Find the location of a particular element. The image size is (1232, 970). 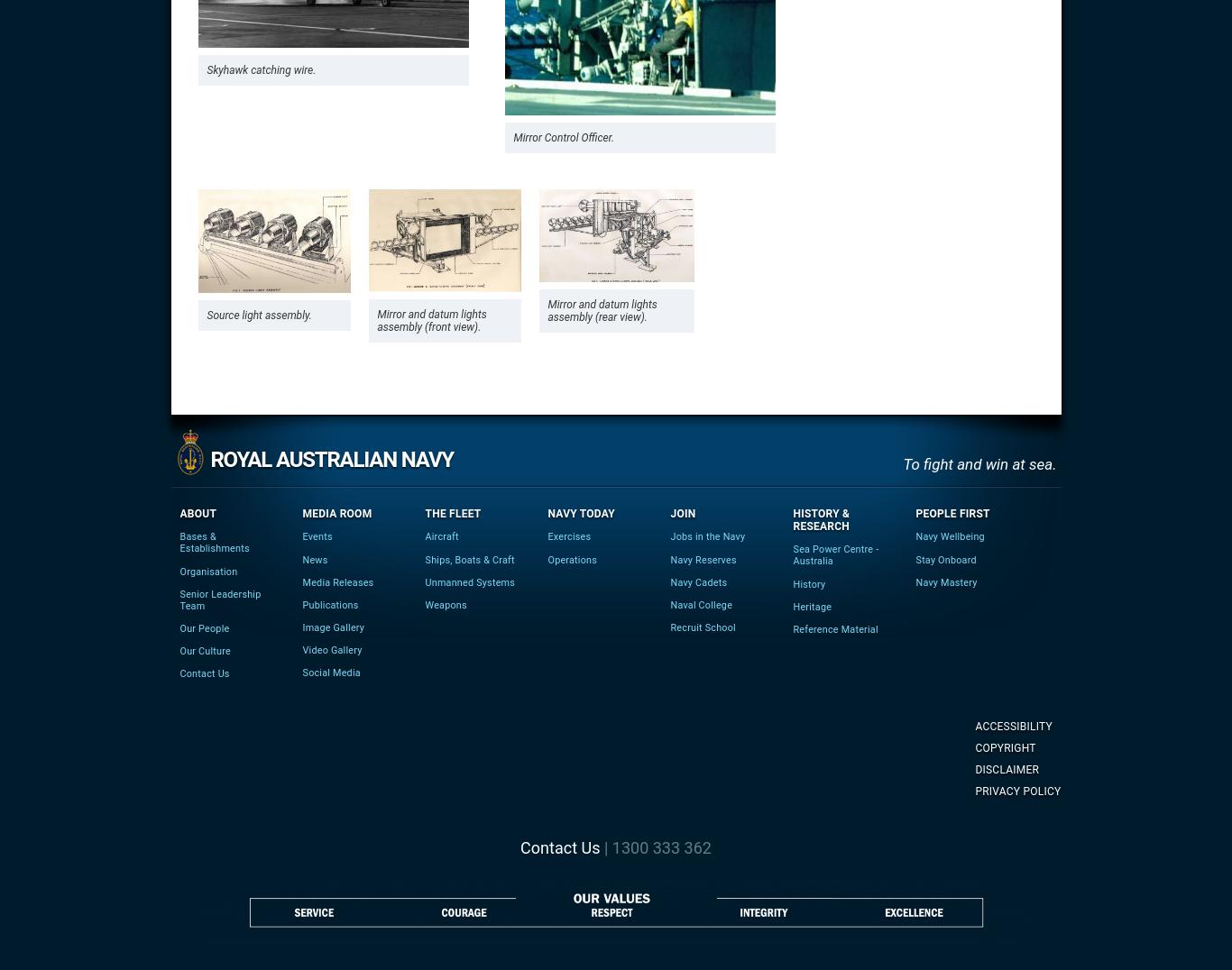

'Skyhawk catching wire.' is located at coordinates (261, 70).